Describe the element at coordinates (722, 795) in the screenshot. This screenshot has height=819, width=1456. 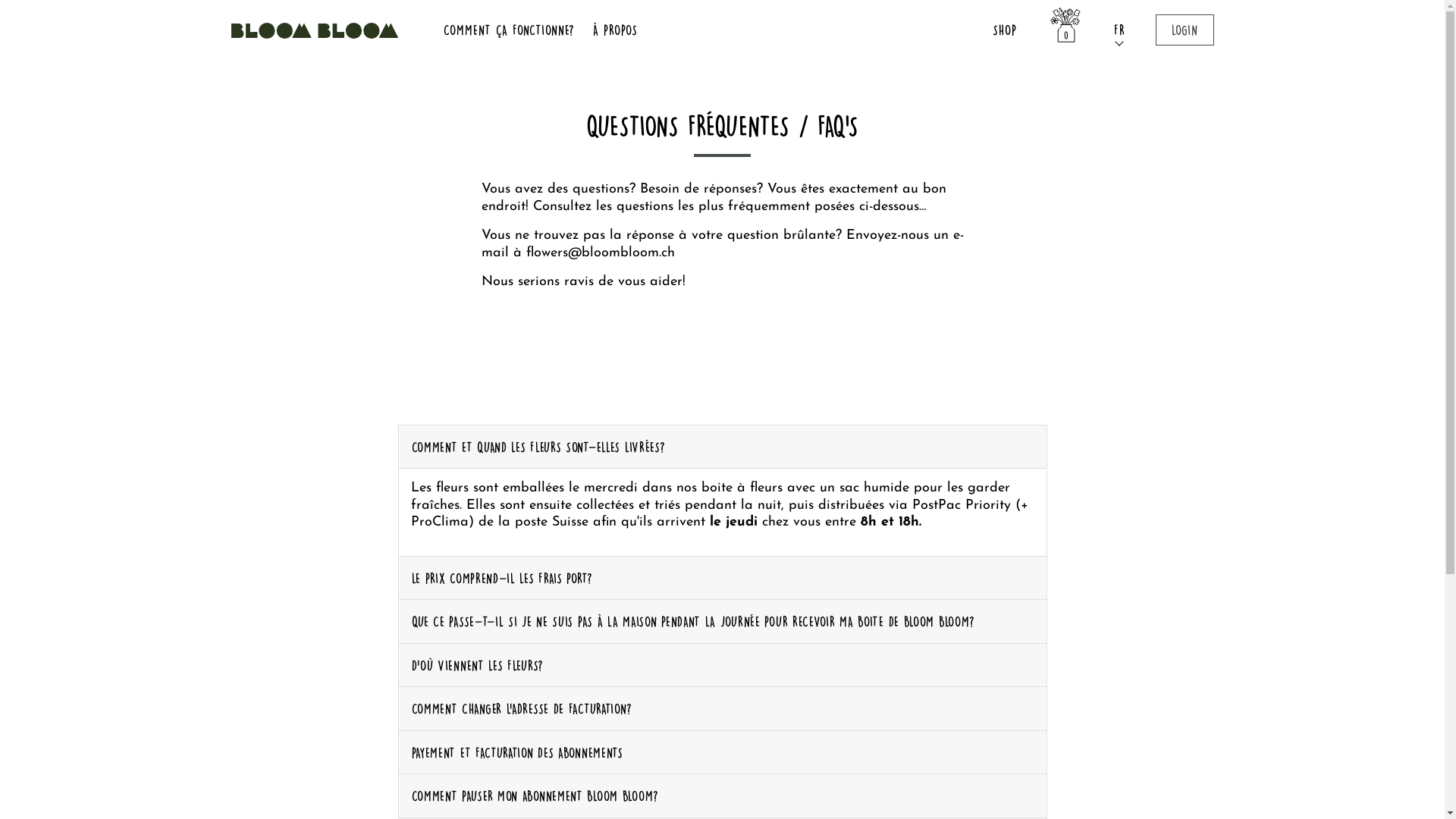
I see `'COMMENT PAUSER MON ABONNEMENT BLOOM BLOOM?'` at that location.